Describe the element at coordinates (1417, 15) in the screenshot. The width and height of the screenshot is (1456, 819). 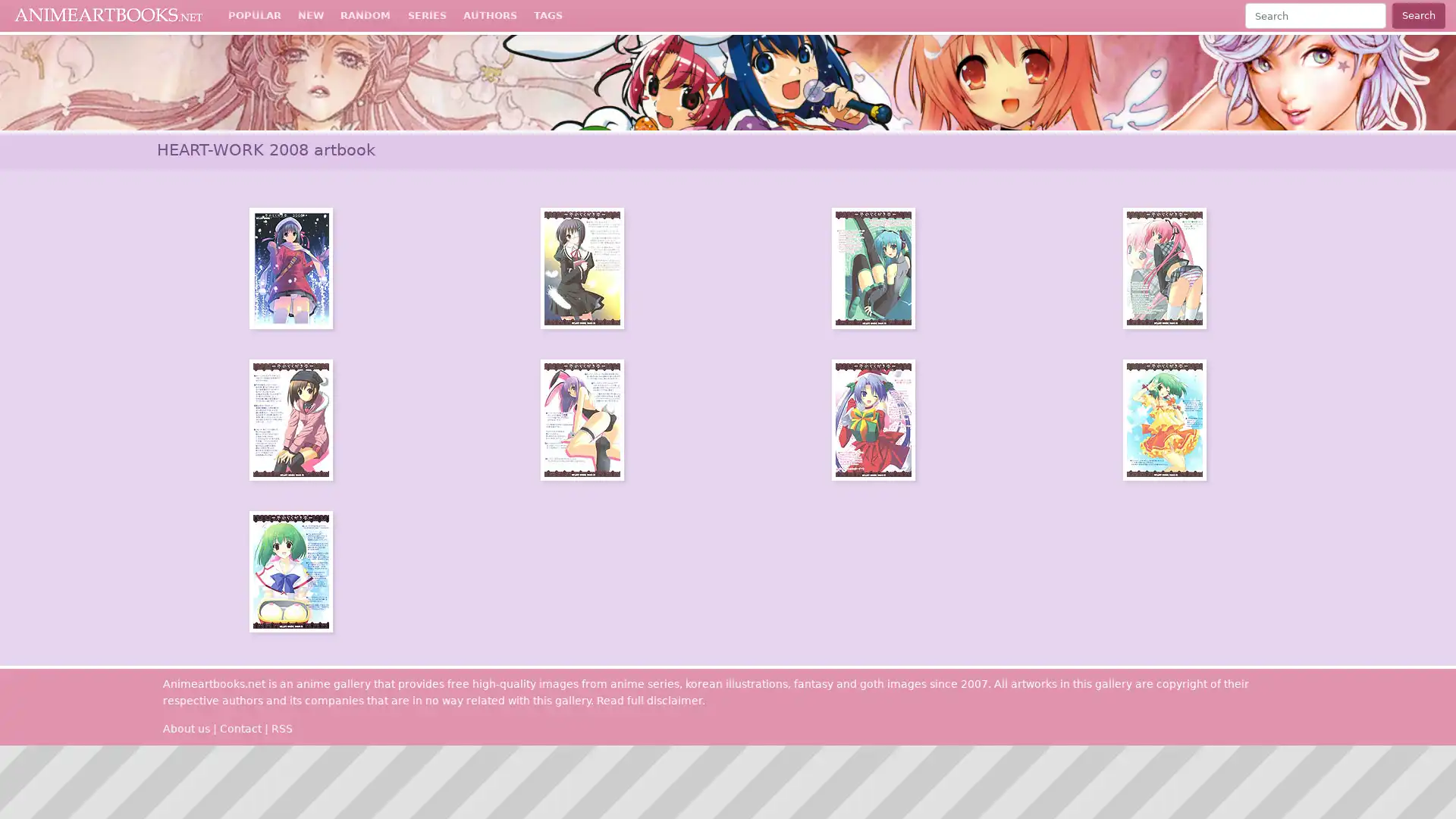
I see `Search` at that location.